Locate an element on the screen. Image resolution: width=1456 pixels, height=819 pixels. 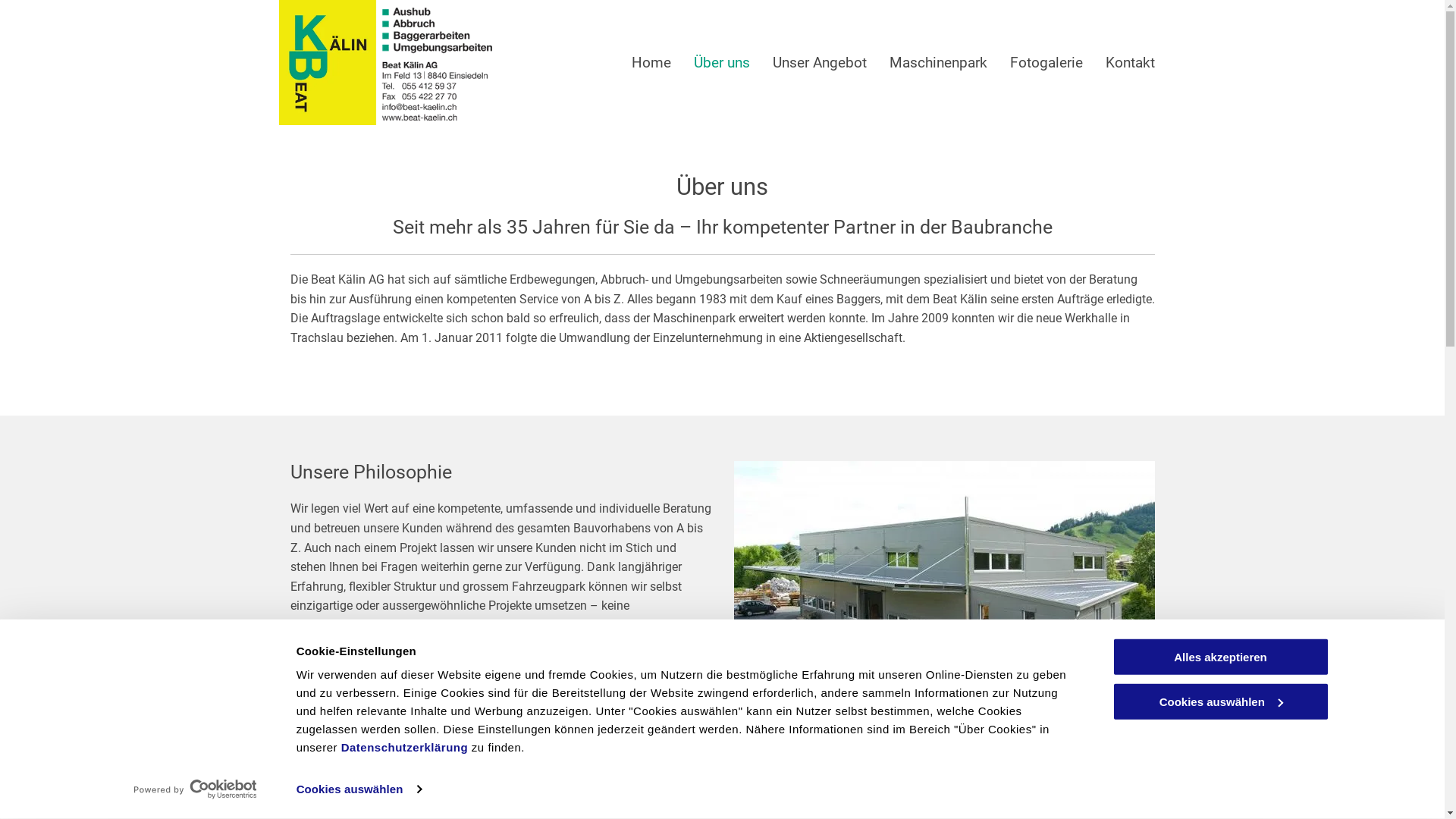
'Zum Angebot' is located at coordinates (345, 701).